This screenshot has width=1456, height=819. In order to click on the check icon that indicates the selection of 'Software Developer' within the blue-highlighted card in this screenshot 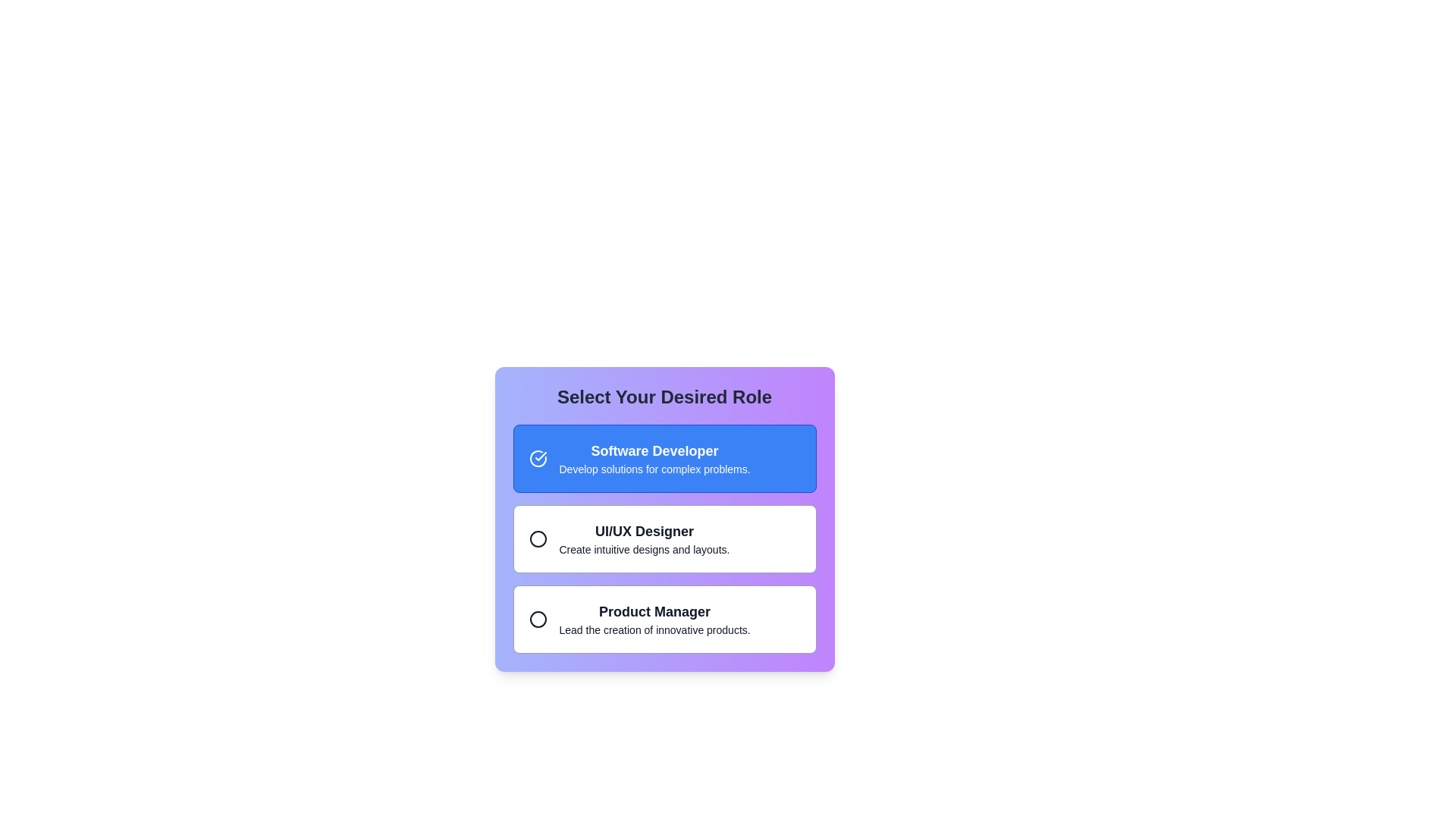, I will do `click(541, 455)`.